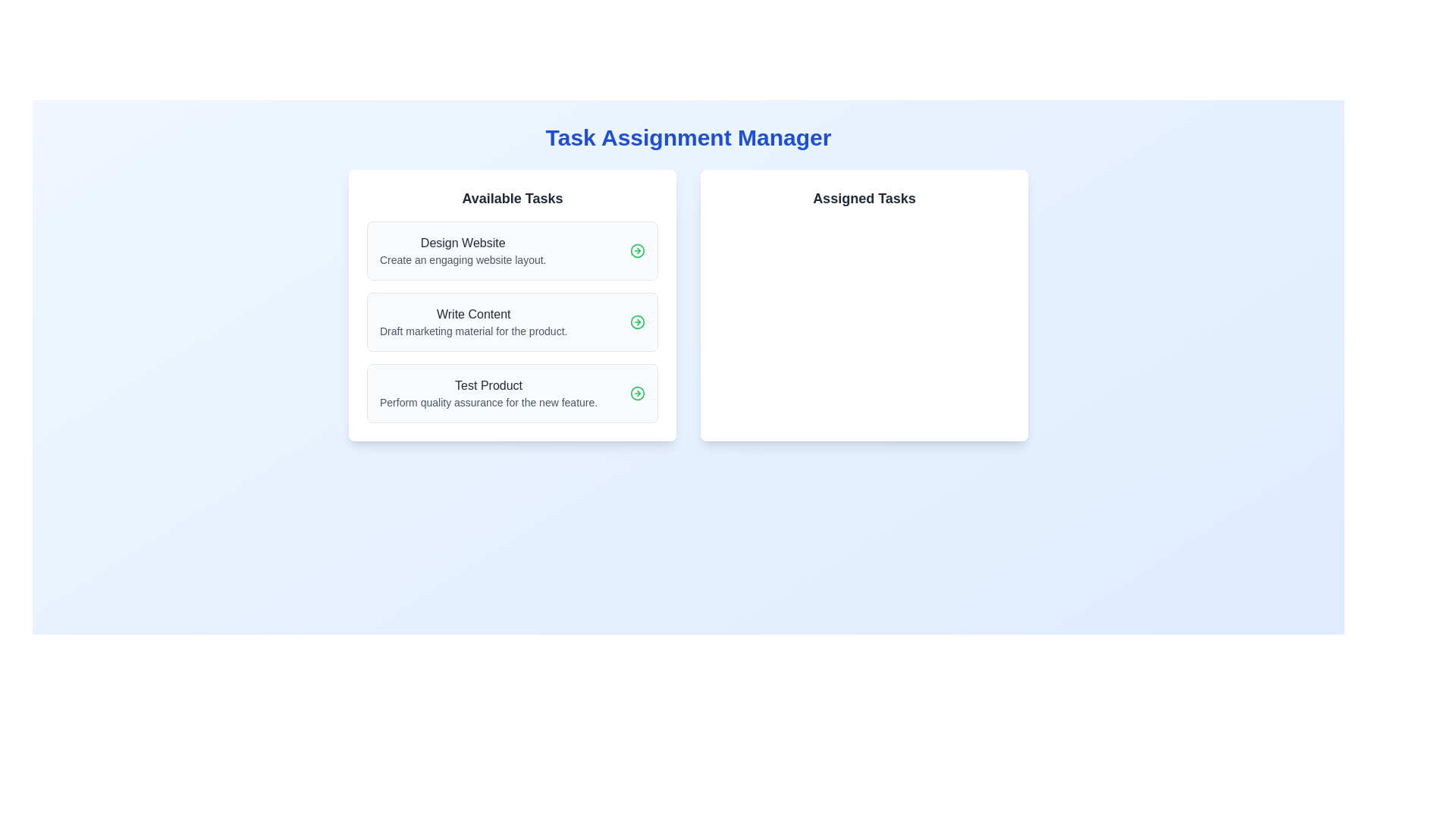 This screenshot has height=819, width=1456. I want to click on the static text displaying 'Create an engaging website layout.' which is positioned below the 'Design Website' text in the 'Available Tasks' section, so click(462, 259).